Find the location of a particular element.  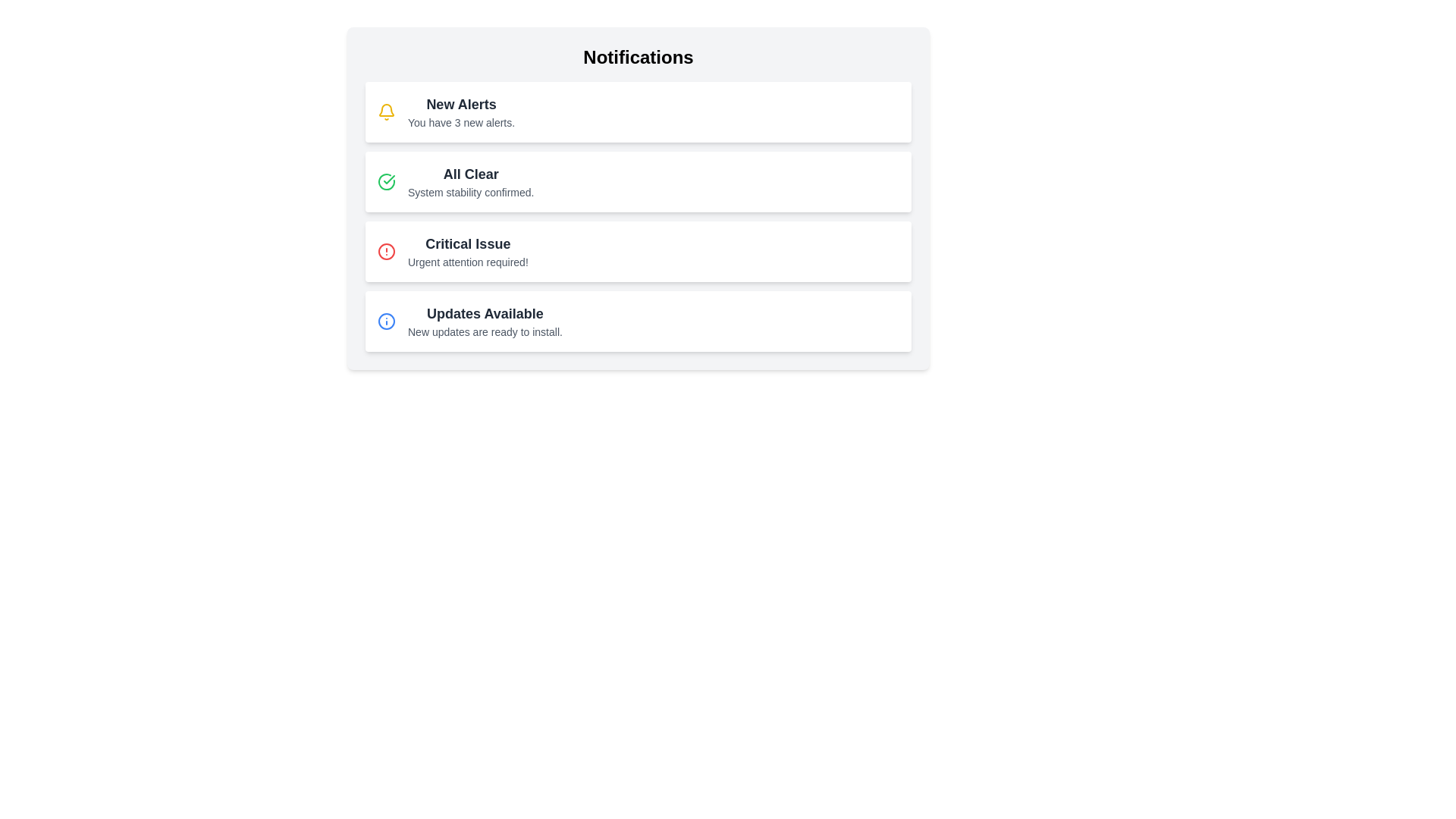

the text label that serves as the header of the notification panel, located at the top and spanning horizontally across the panel is located at coordinates (638, 57).